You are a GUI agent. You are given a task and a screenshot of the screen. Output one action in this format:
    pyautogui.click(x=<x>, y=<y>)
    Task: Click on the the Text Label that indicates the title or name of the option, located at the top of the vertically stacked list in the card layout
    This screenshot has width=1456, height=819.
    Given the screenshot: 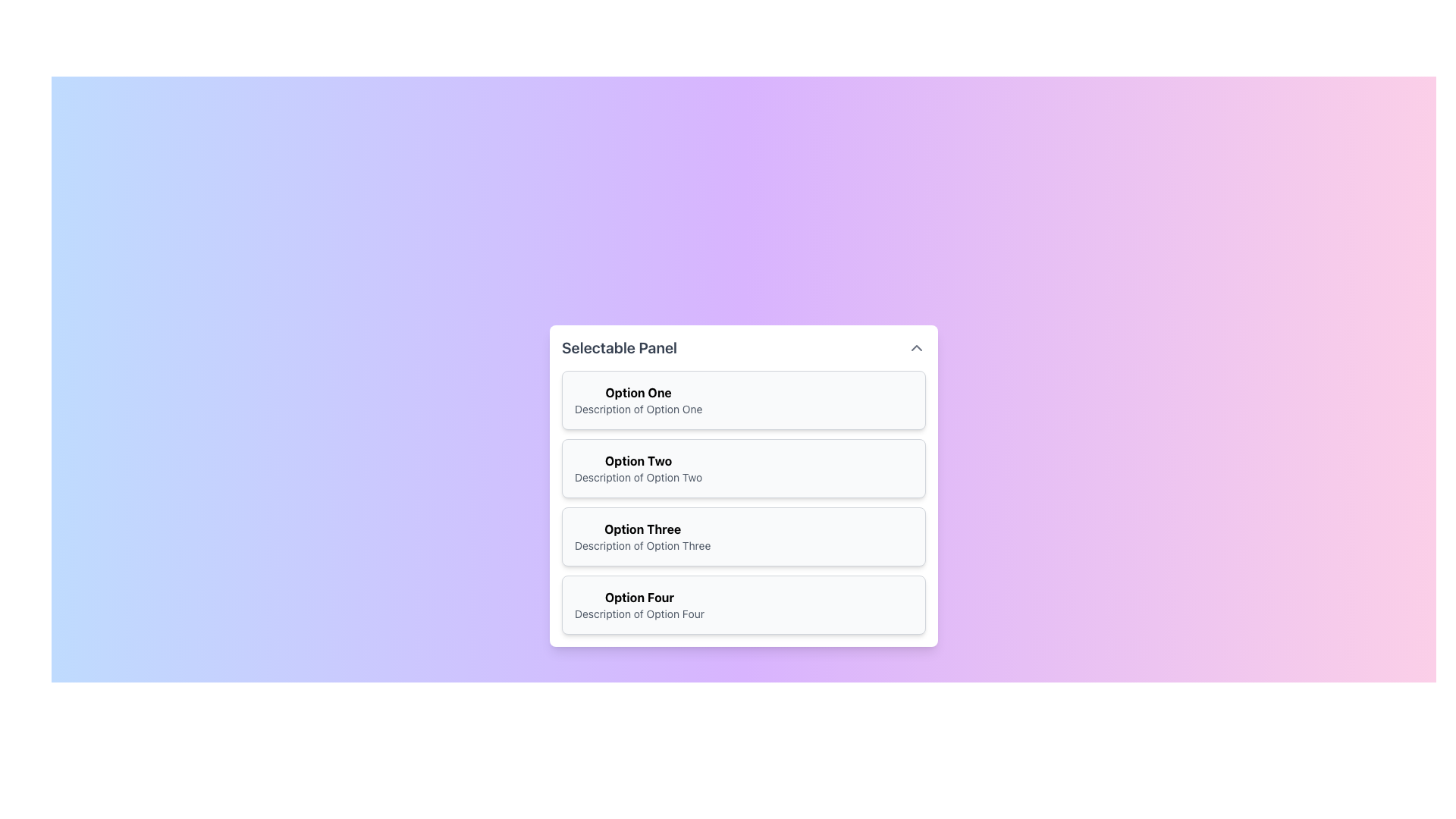 What is the action you would take?
    pyautogui.click(x=639, y=391)
    